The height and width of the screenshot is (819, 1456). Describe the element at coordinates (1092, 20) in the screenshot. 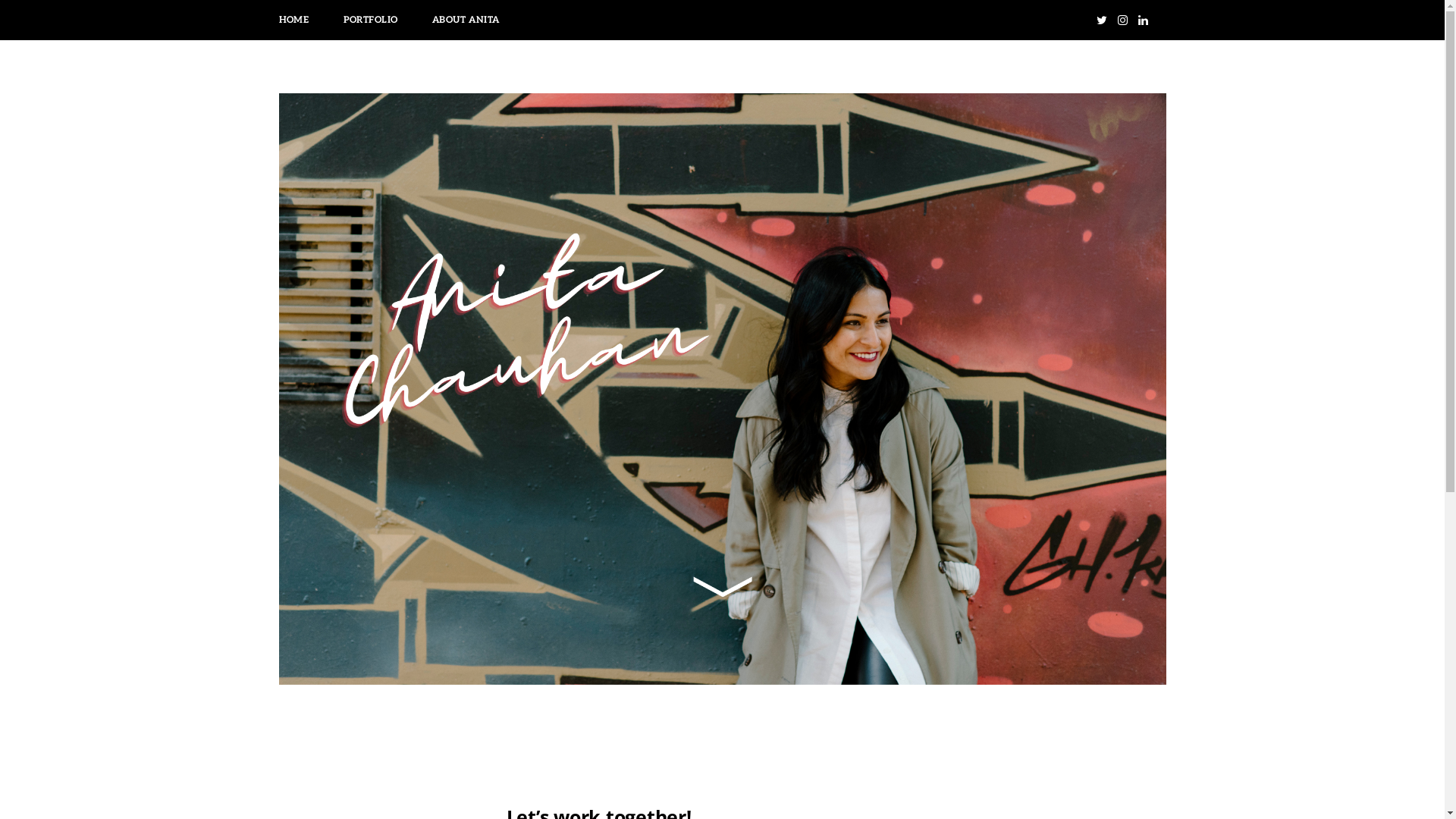

I see `'Twitter'` at that location.